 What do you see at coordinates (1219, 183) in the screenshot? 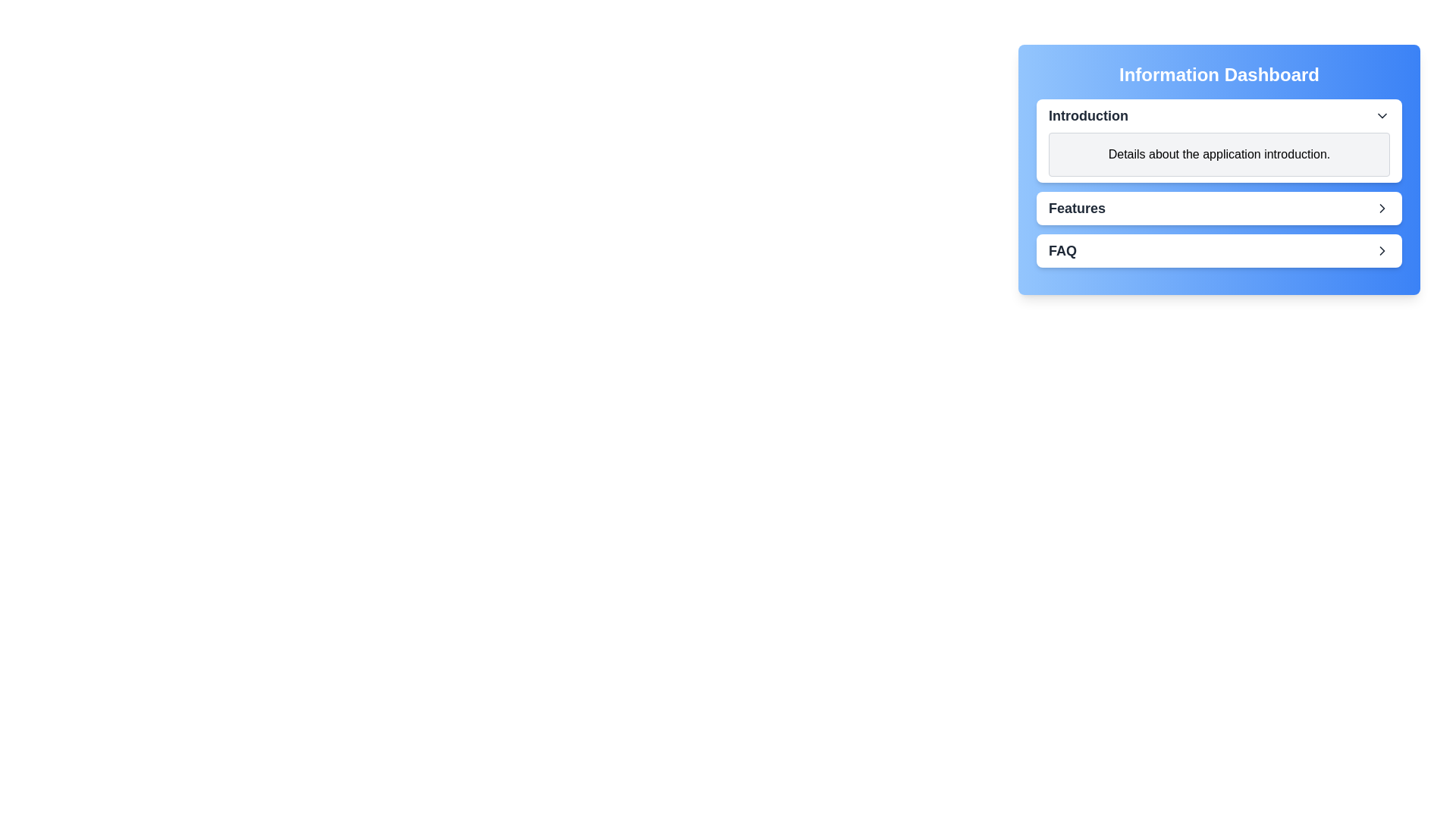
I see `the static text content element that provides an introductory description about the application, located in the center of the card module under the title 'Introduction'` at bounding box center [1219, 183].